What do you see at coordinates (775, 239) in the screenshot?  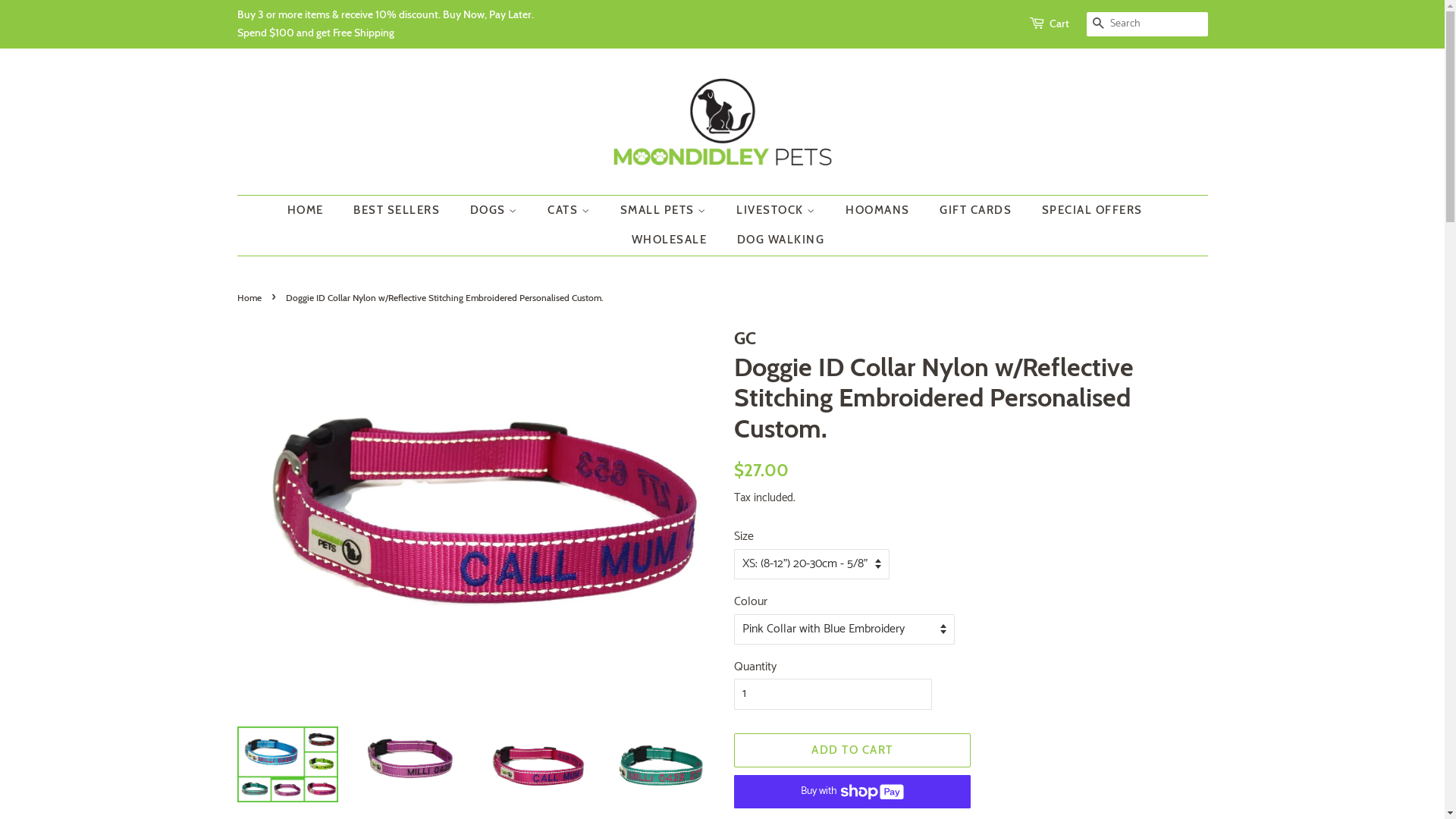 I see `'DOG WALKING'` at bounding box center [775, 239].